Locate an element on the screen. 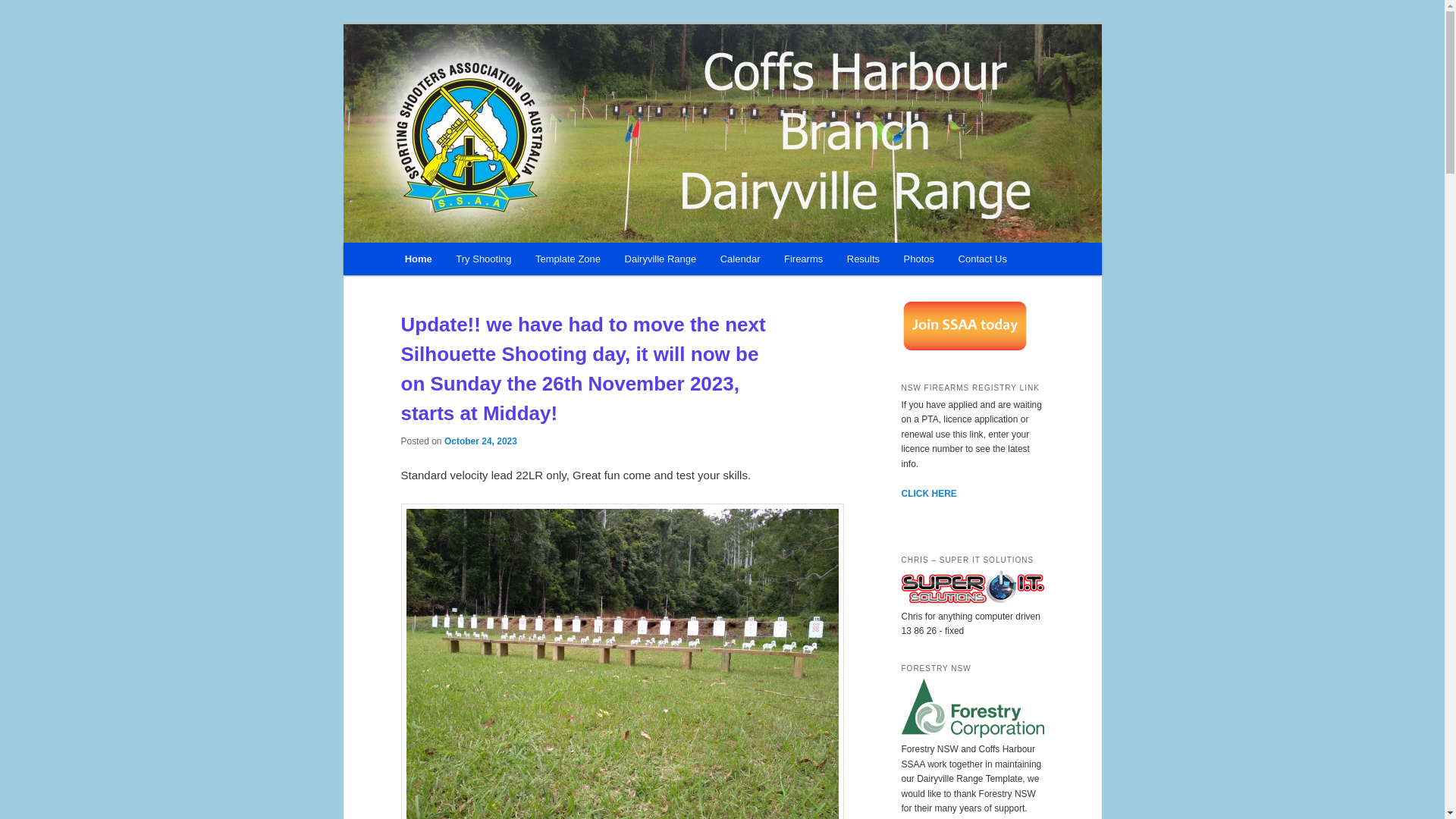 The image size is (1456, 819). 'Calendar' is located at coordinates (739, 258).